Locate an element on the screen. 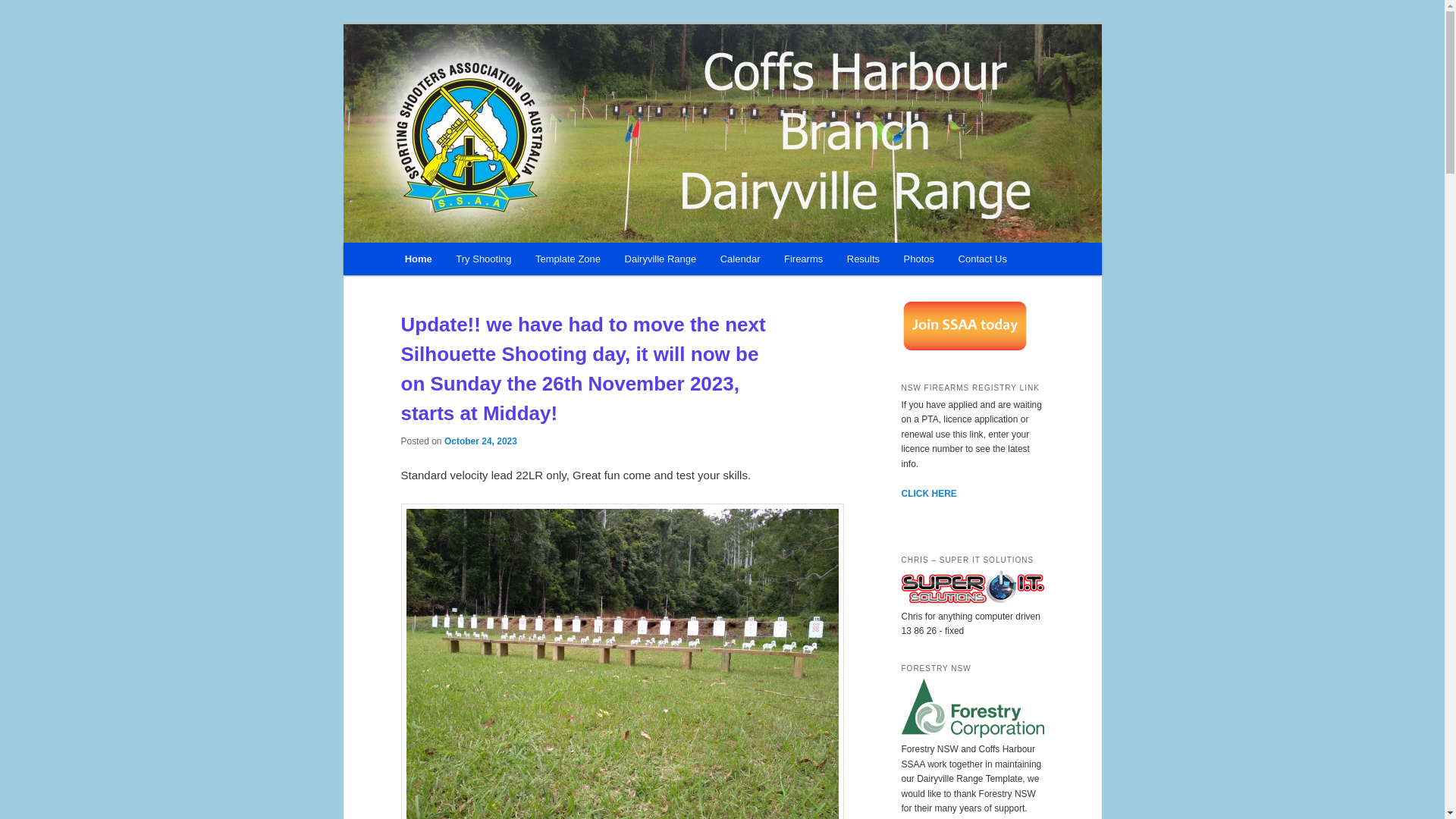 The image size is (1456, 819). 'Calendar' is located at coordinates (739, 258).